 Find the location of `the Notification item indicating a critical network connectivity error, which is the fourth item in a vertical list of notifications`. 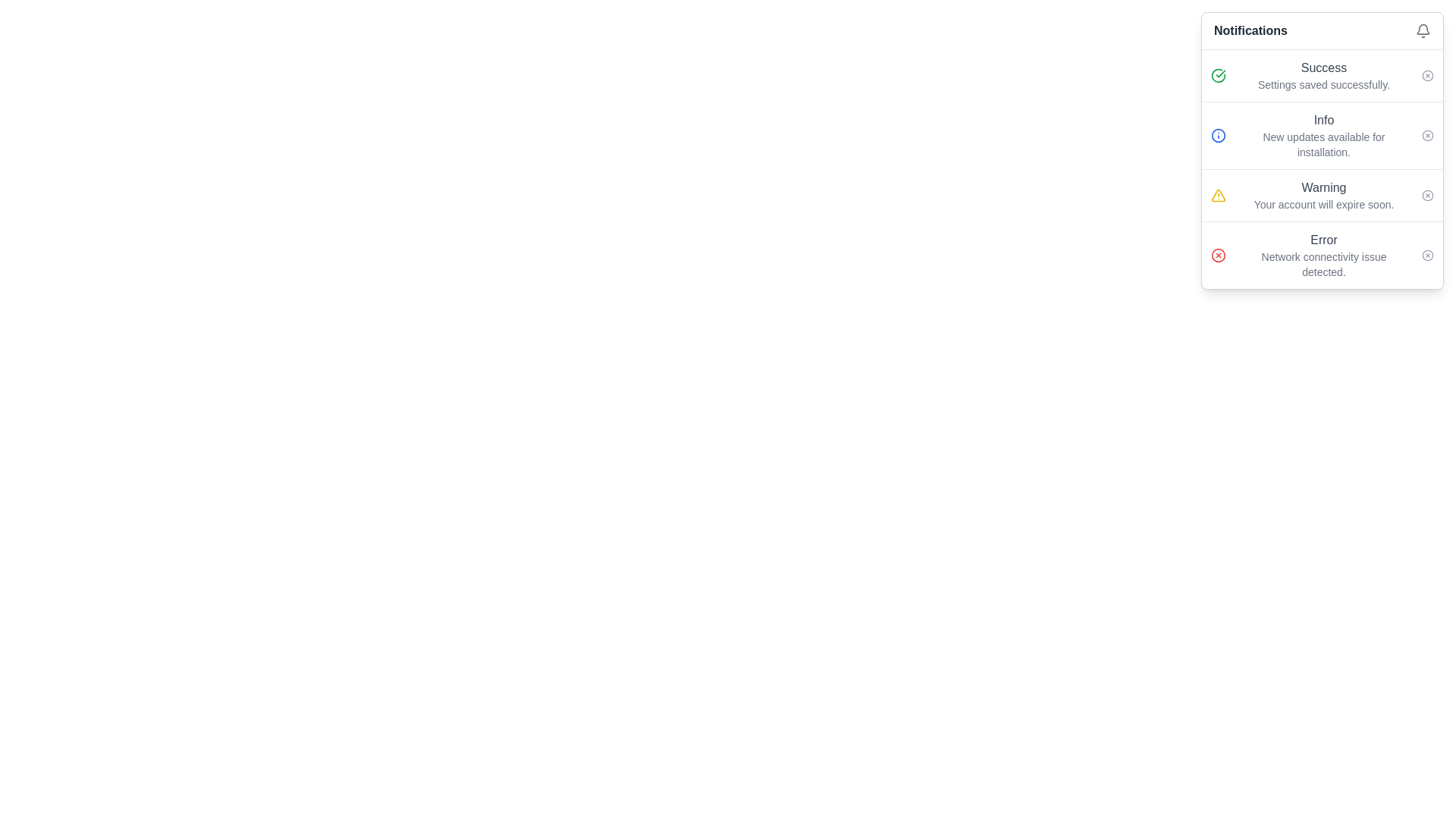

the Notification item indicating a critical network connectivity error, which is the fourth item in a vertical list of notifications is located at coordinates (1321, 254).